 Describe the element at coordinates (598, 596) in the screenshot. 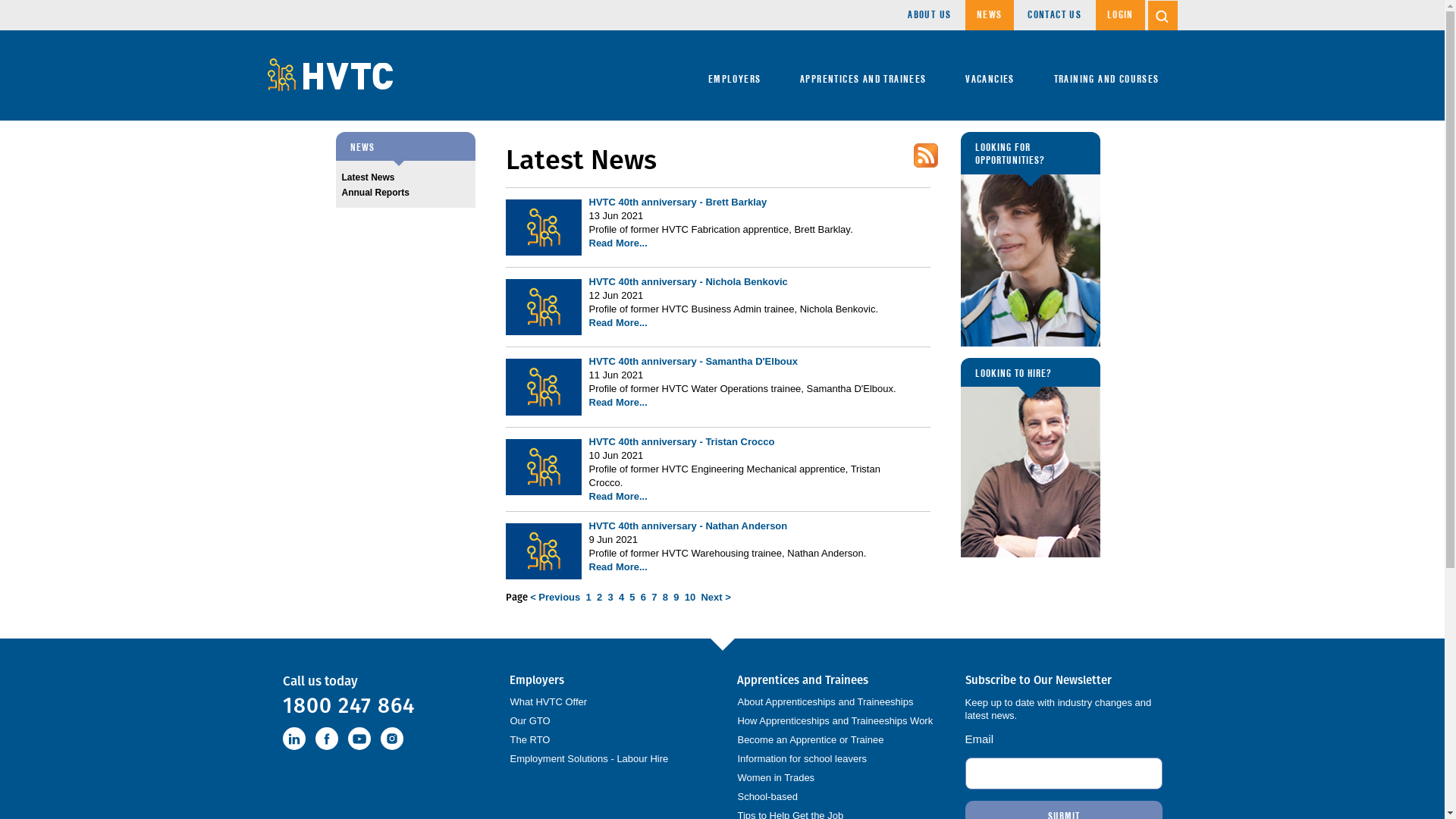

I see `'2'` at that location.